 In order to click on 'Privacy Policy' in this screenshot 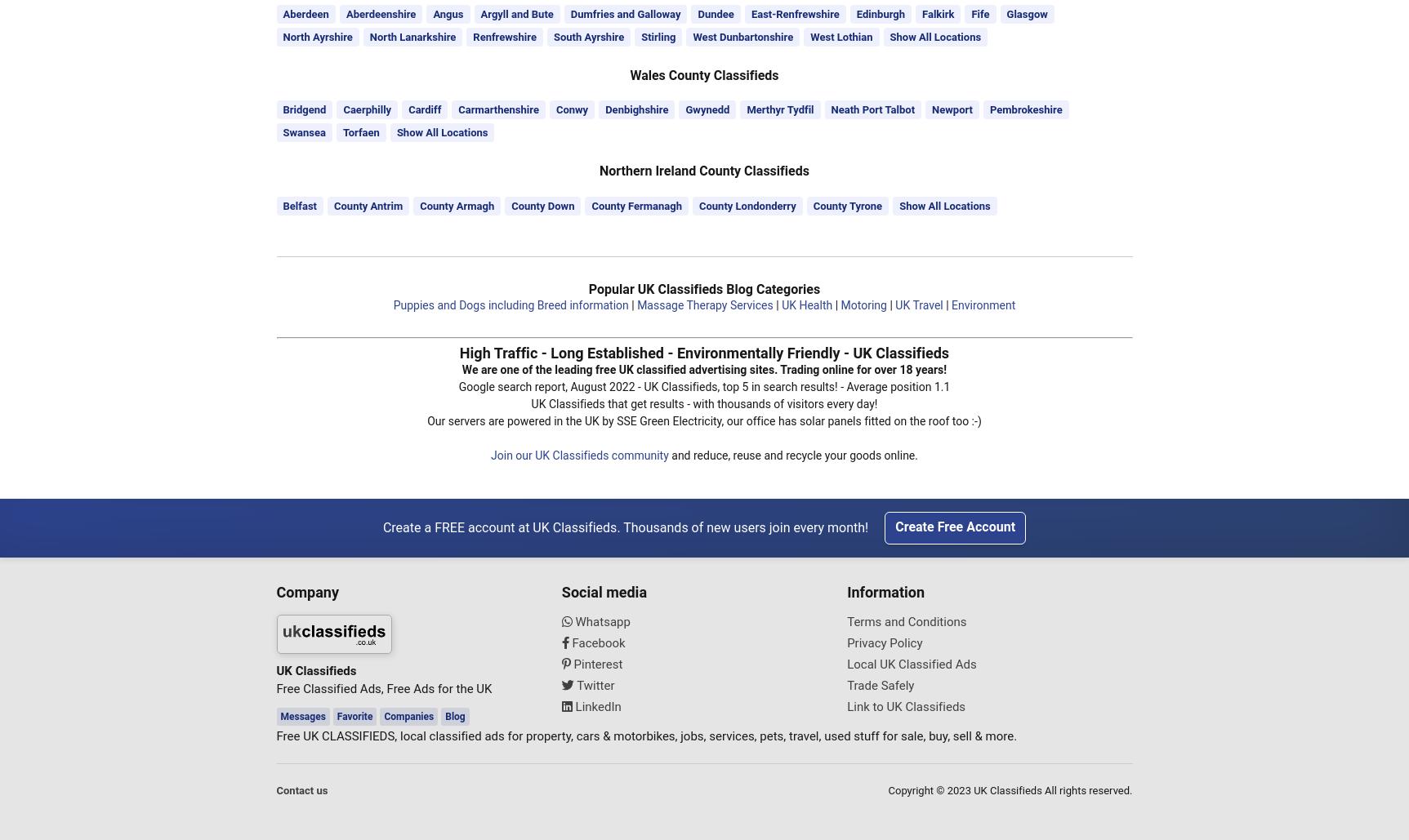, I will do `click(883, 641)`.